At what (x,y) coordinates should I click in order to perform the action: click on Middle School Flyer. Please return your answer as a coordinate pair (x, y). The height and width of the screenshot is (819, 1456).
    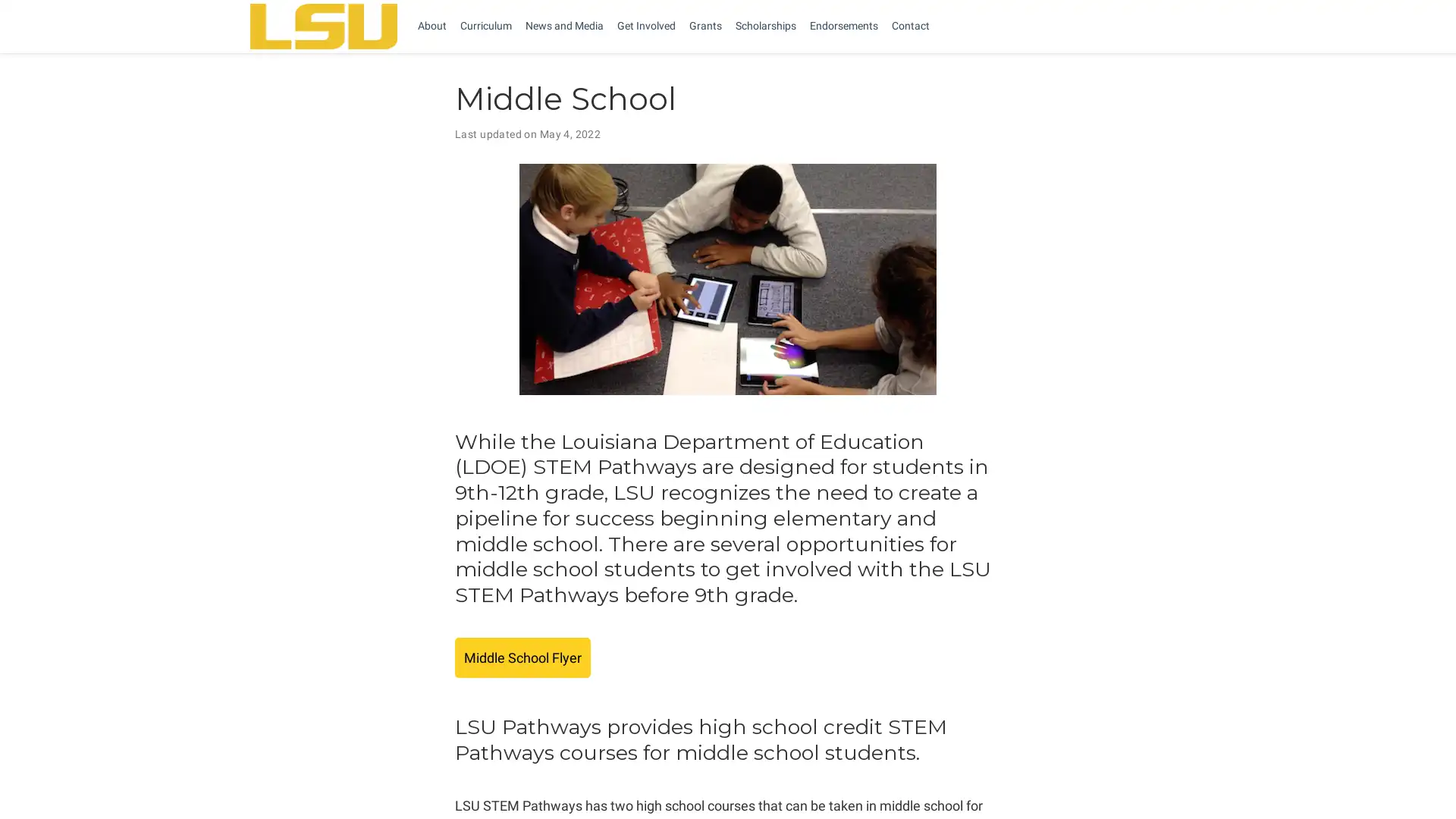
    Looking at the image, I should click on (522, 657).